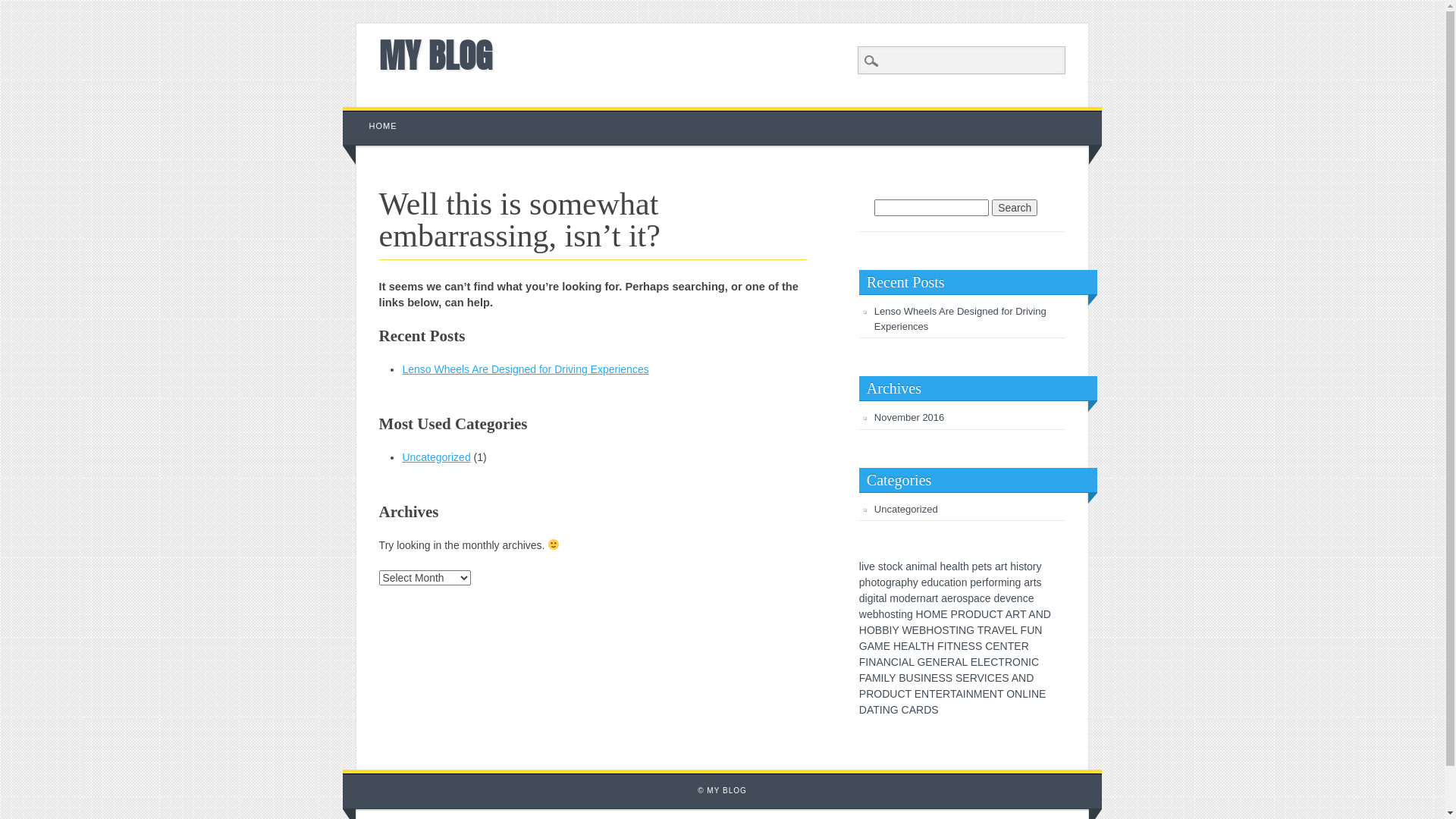 This screenshot has width=1456, height=819. I want to click on 'p', so click(968, 581).